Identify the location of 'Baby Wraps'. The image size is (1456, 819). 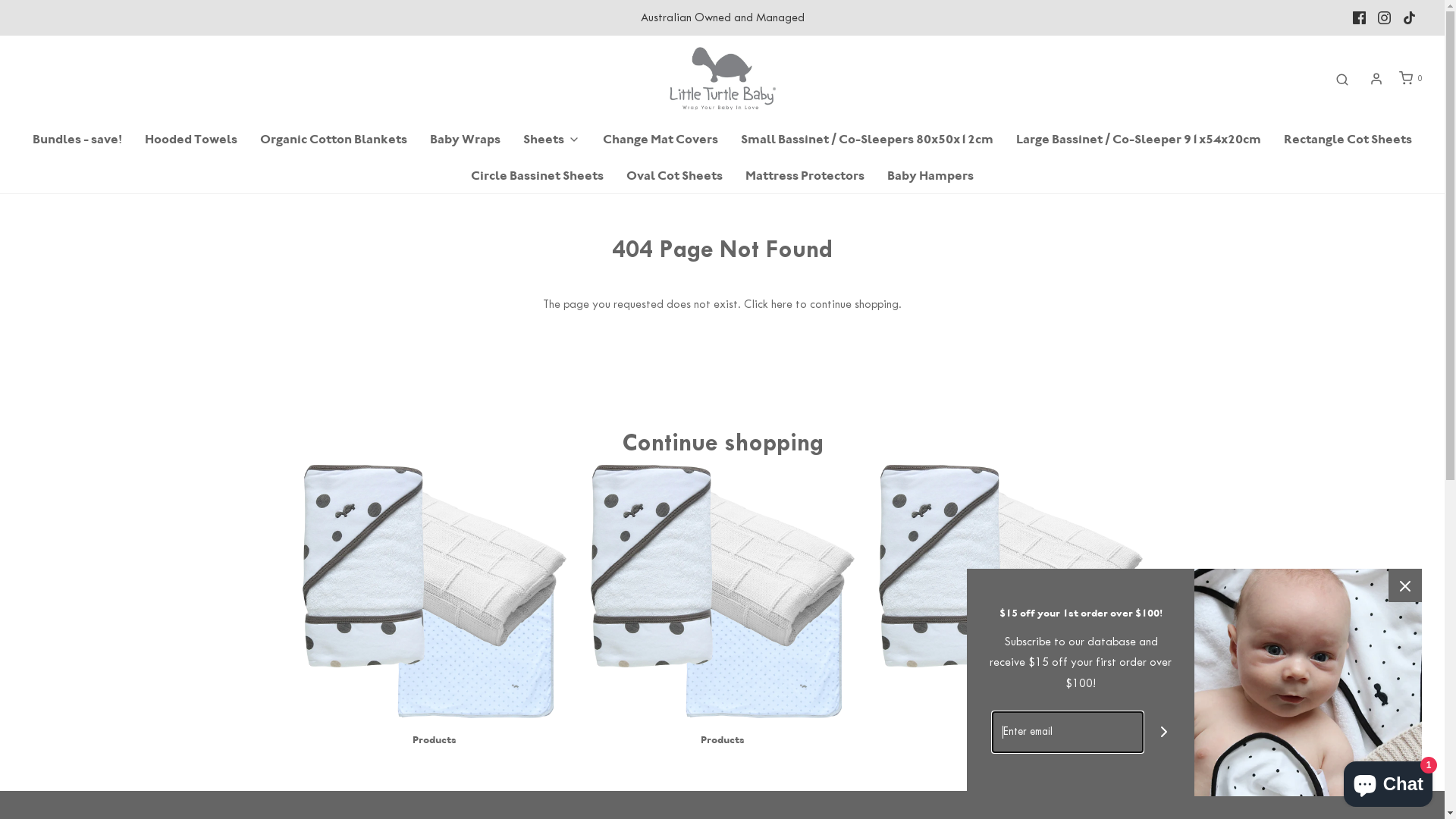
(464, 139).